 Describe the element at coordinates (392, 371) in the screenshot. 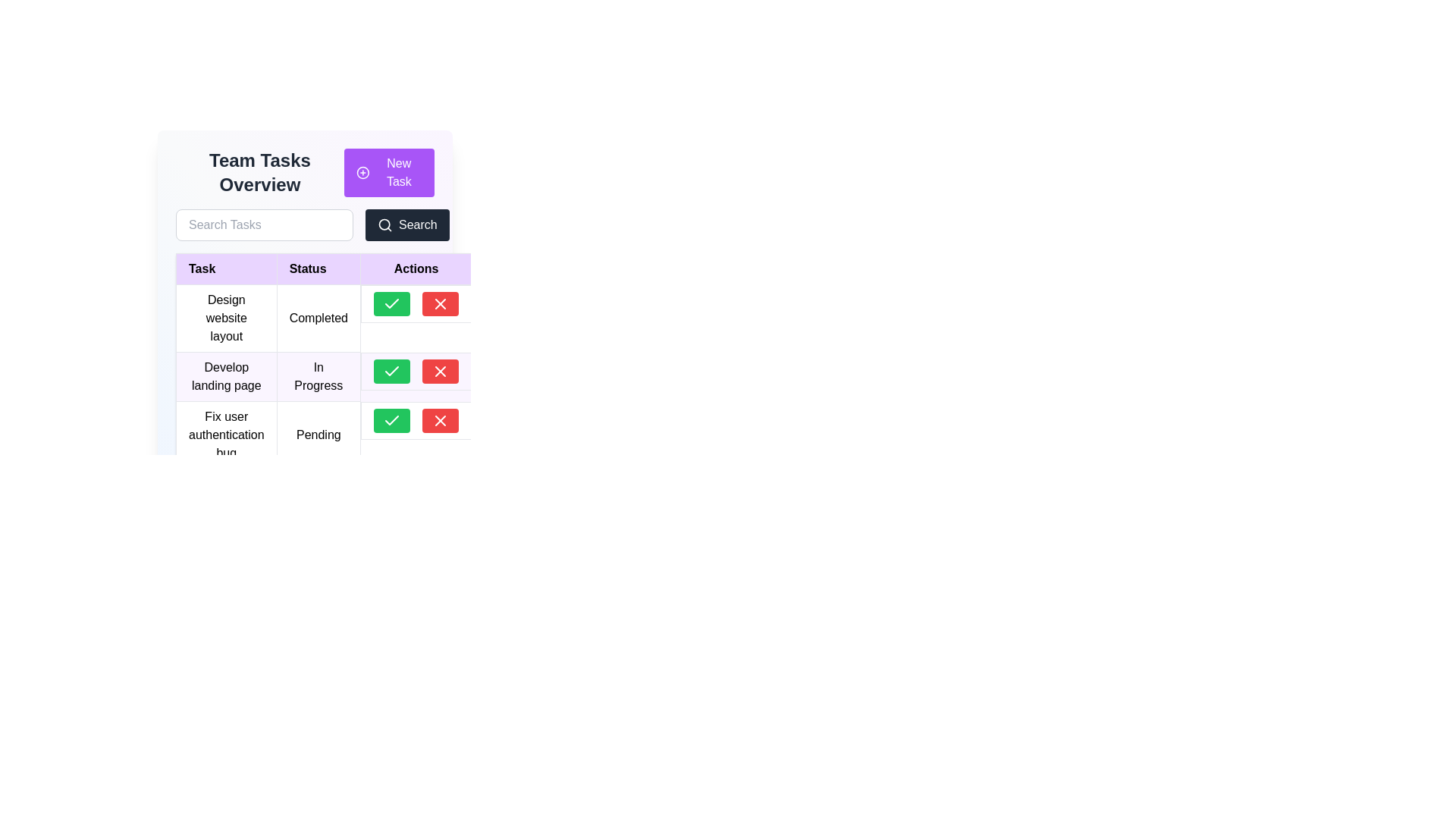

I see `the green rectangular button with a centered white checkmark icon to approve the task` at that location.